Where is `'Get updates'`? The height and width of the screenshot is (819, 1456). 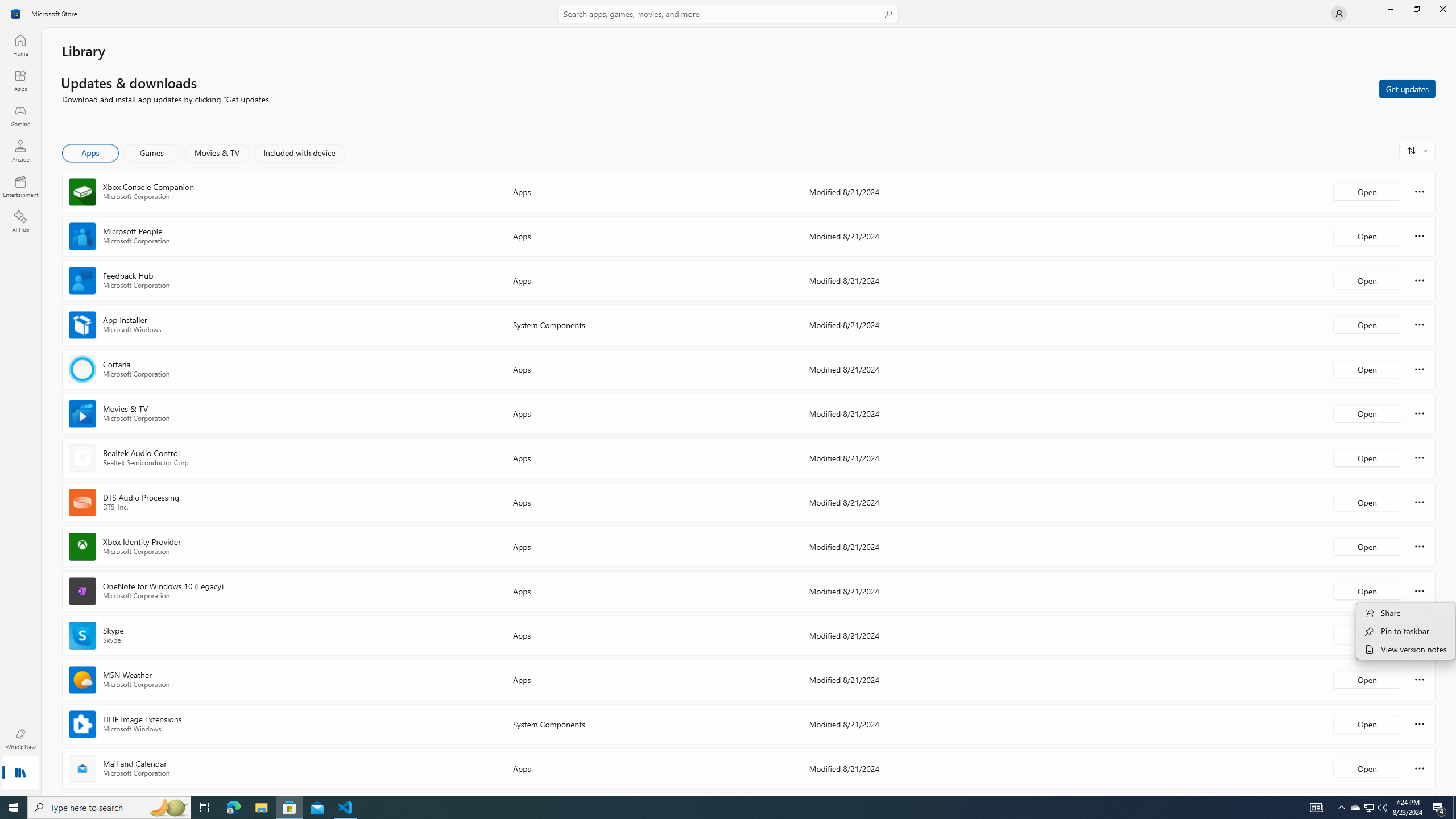
'Get updates' is located at coordinates (1407, 88).